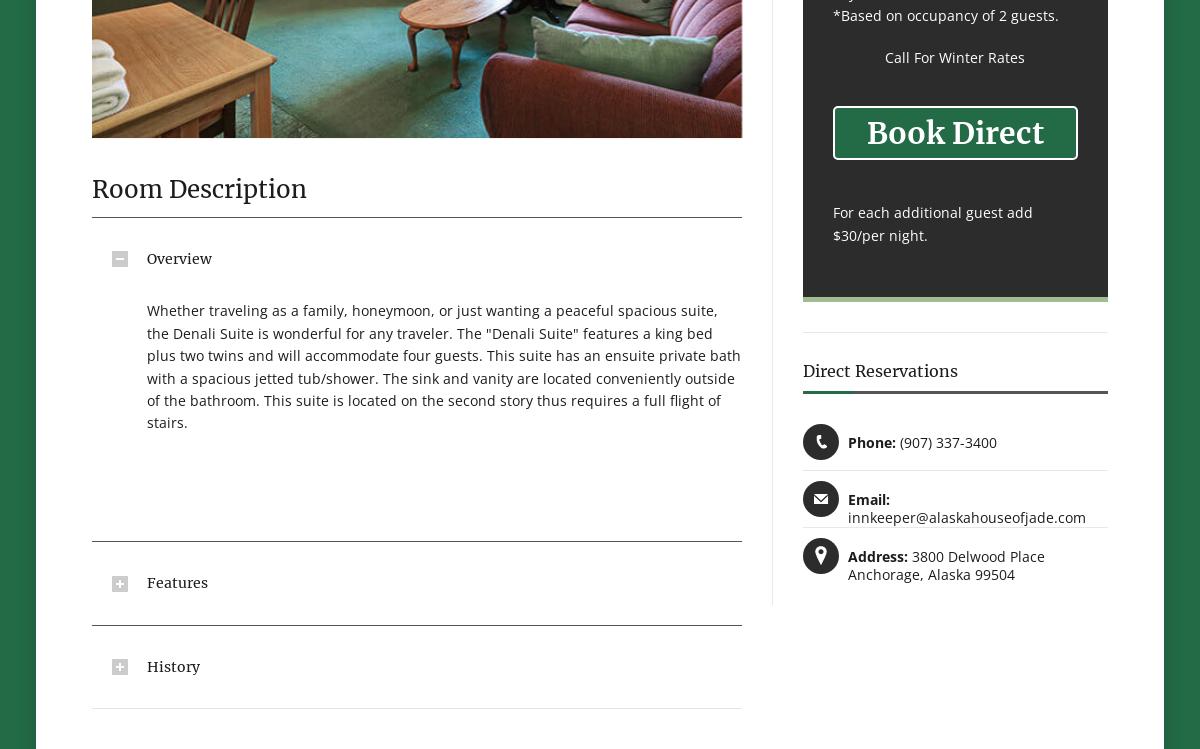  I want to click on 'Address:', so click(877, 556).